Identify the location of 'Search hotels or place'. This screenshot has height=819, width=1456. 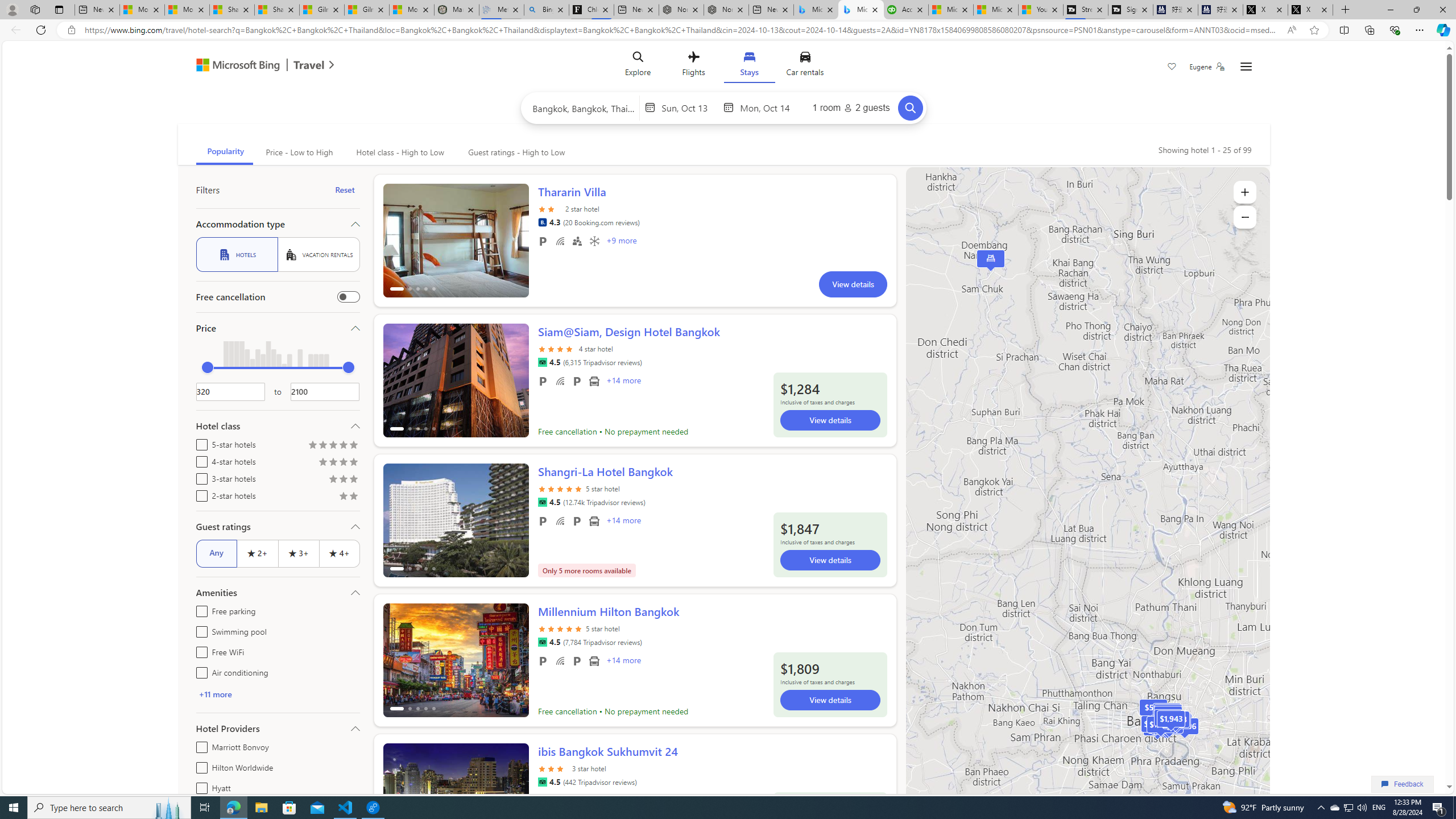
(584, 107).